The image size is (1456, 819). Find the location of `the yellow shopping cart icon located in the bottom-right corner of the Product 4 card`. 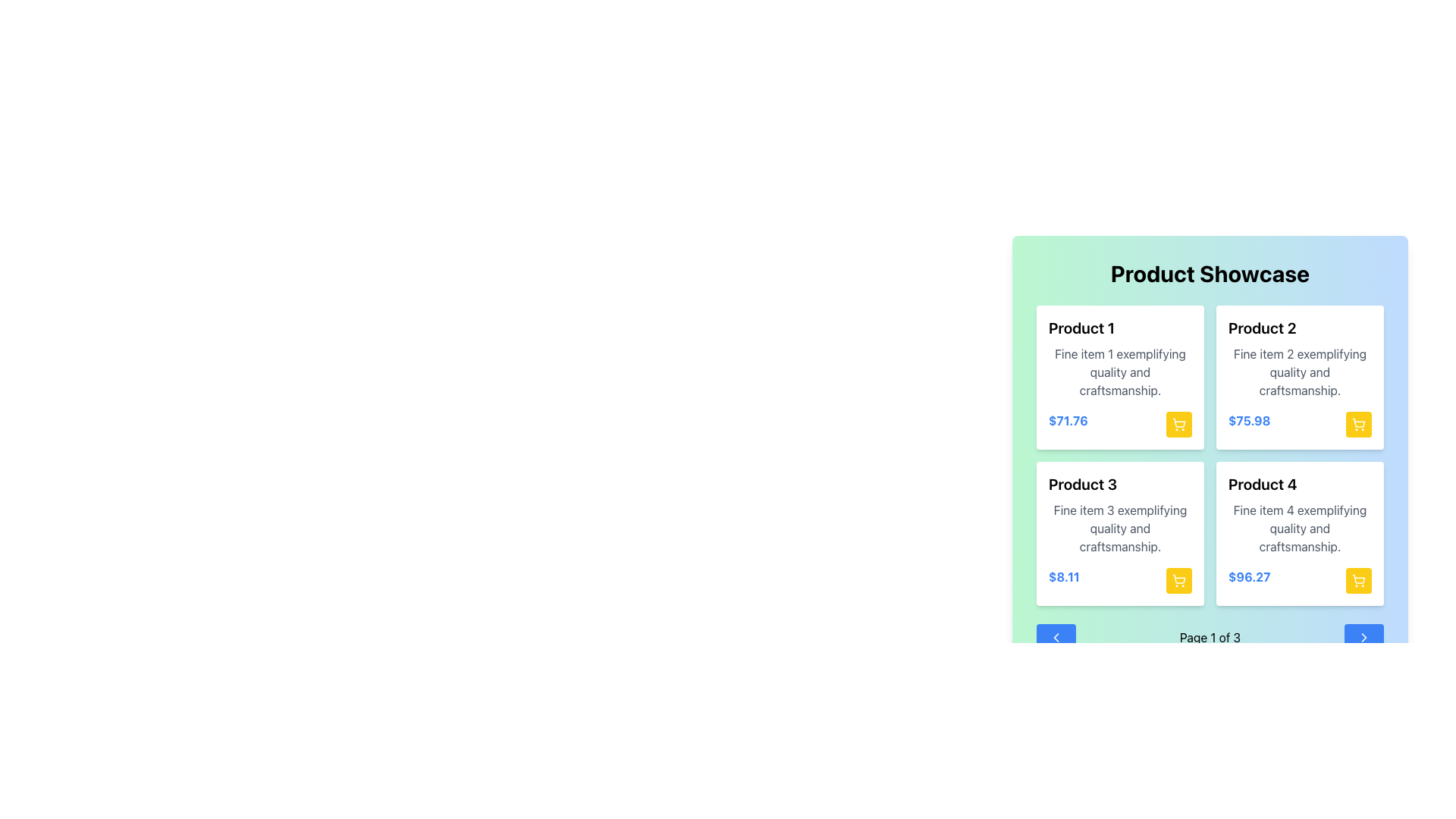

the yellow shopping cart icon located in the bottom-right corner of the Product 4 card is located at coordinates (1359, 579).